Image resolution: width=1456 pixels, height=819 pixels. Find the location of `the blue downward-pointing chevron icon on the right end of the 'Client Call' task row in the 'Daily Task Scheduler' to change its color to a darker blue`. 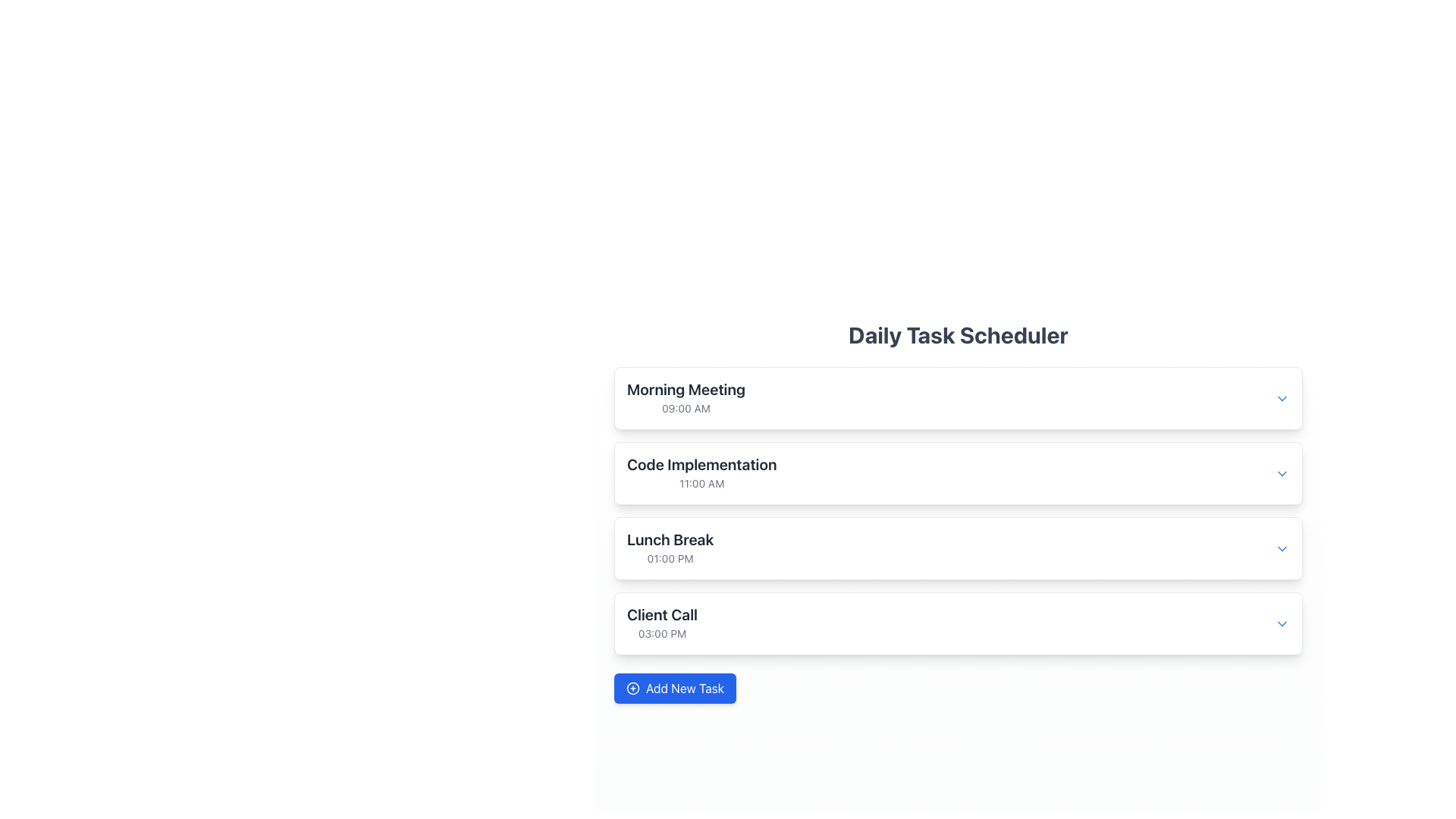

the blue downward-pointing chevron icon on the right end of the 'Client Call' task row in the 'Daily Task Scheduler' to change its color to a darker blue is located at coordinates (1281, 623).